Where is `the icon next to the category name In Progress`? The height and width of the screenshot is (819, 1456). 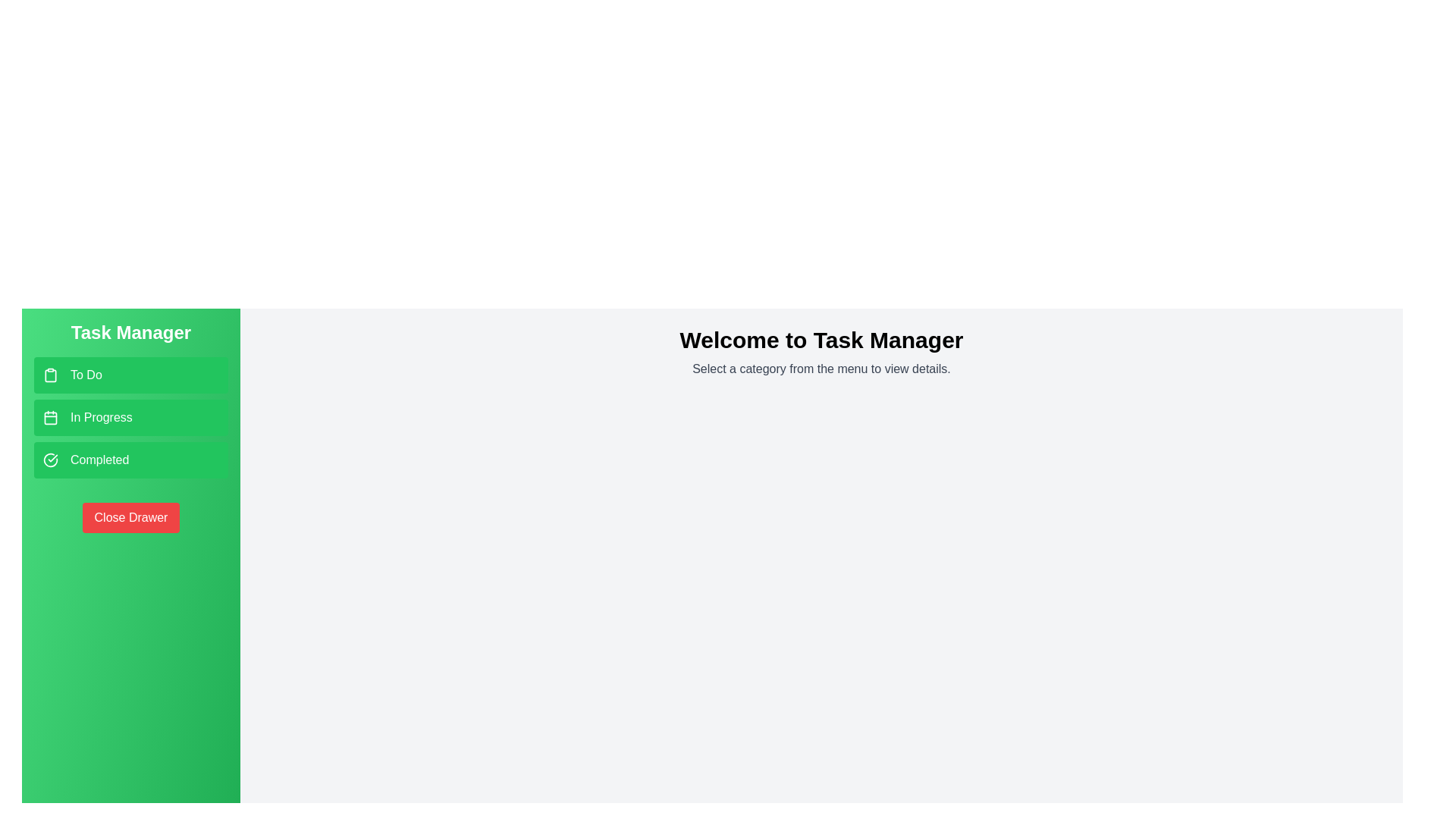 the icon next to the category name In Progress is located at coordinates (51, 418).